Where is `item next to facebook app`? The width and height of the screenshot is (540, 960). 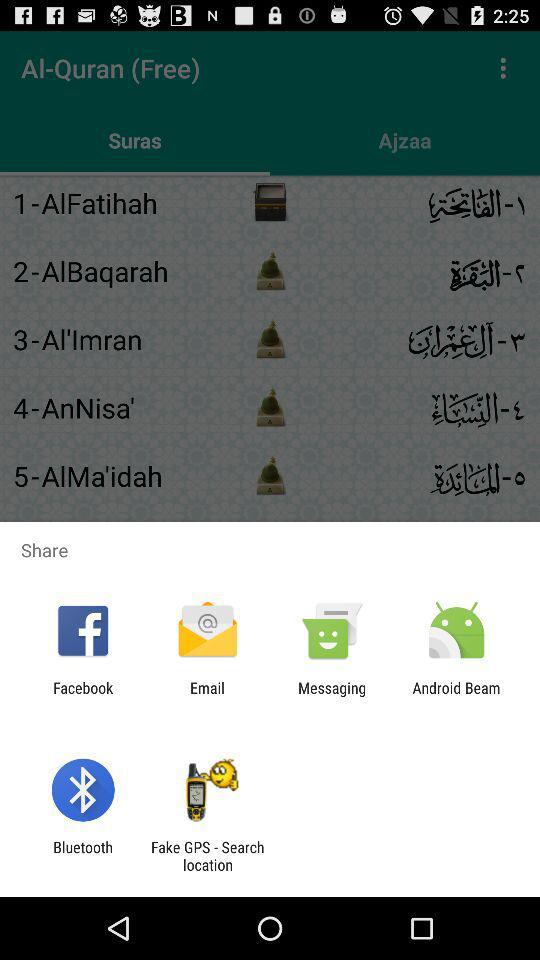 item next to facebook app is located at coordinates (206, 696).